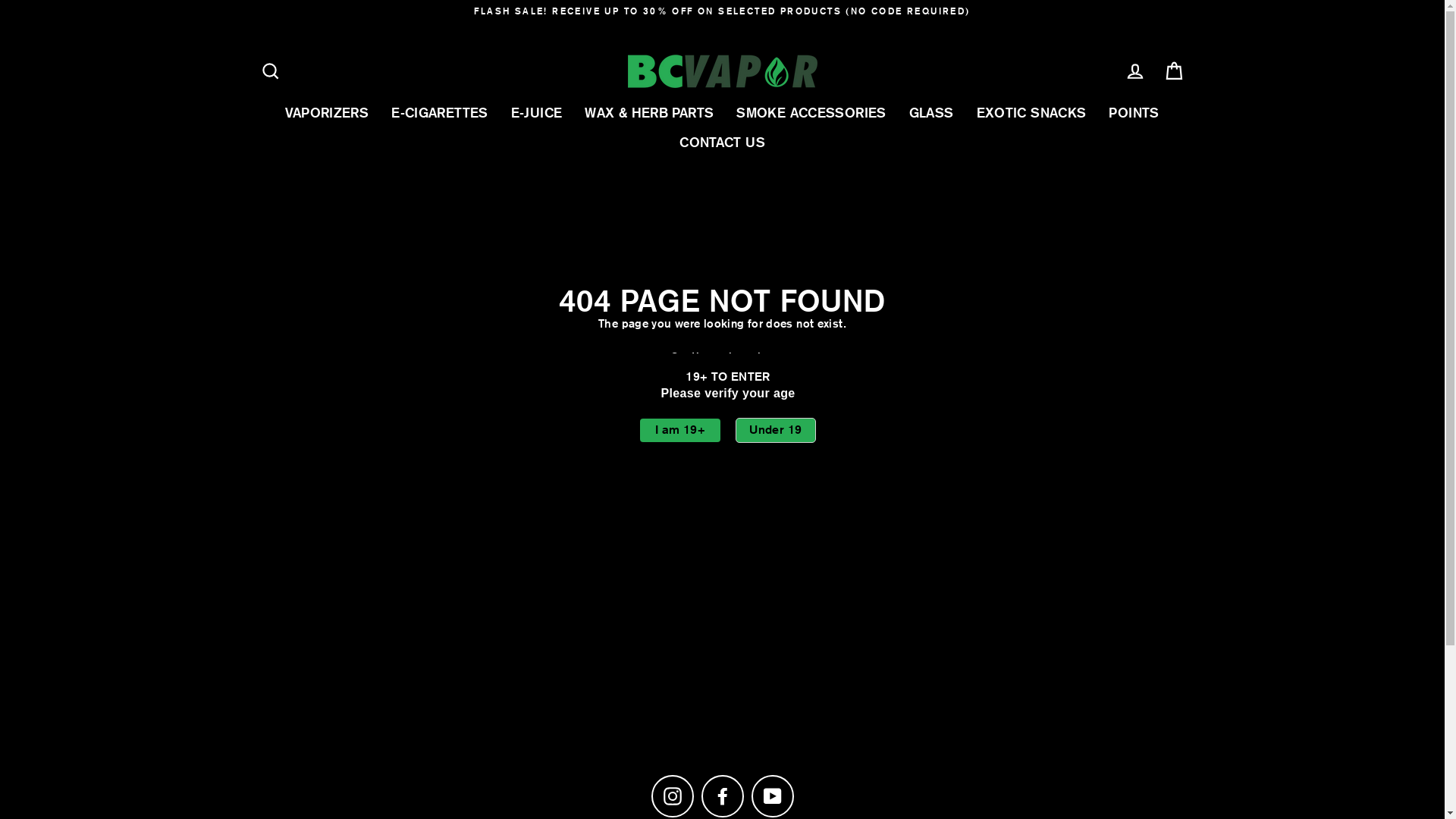 This screenshot has width=1456, height=819. I want to click on 'GLASS', so click(930, 111).